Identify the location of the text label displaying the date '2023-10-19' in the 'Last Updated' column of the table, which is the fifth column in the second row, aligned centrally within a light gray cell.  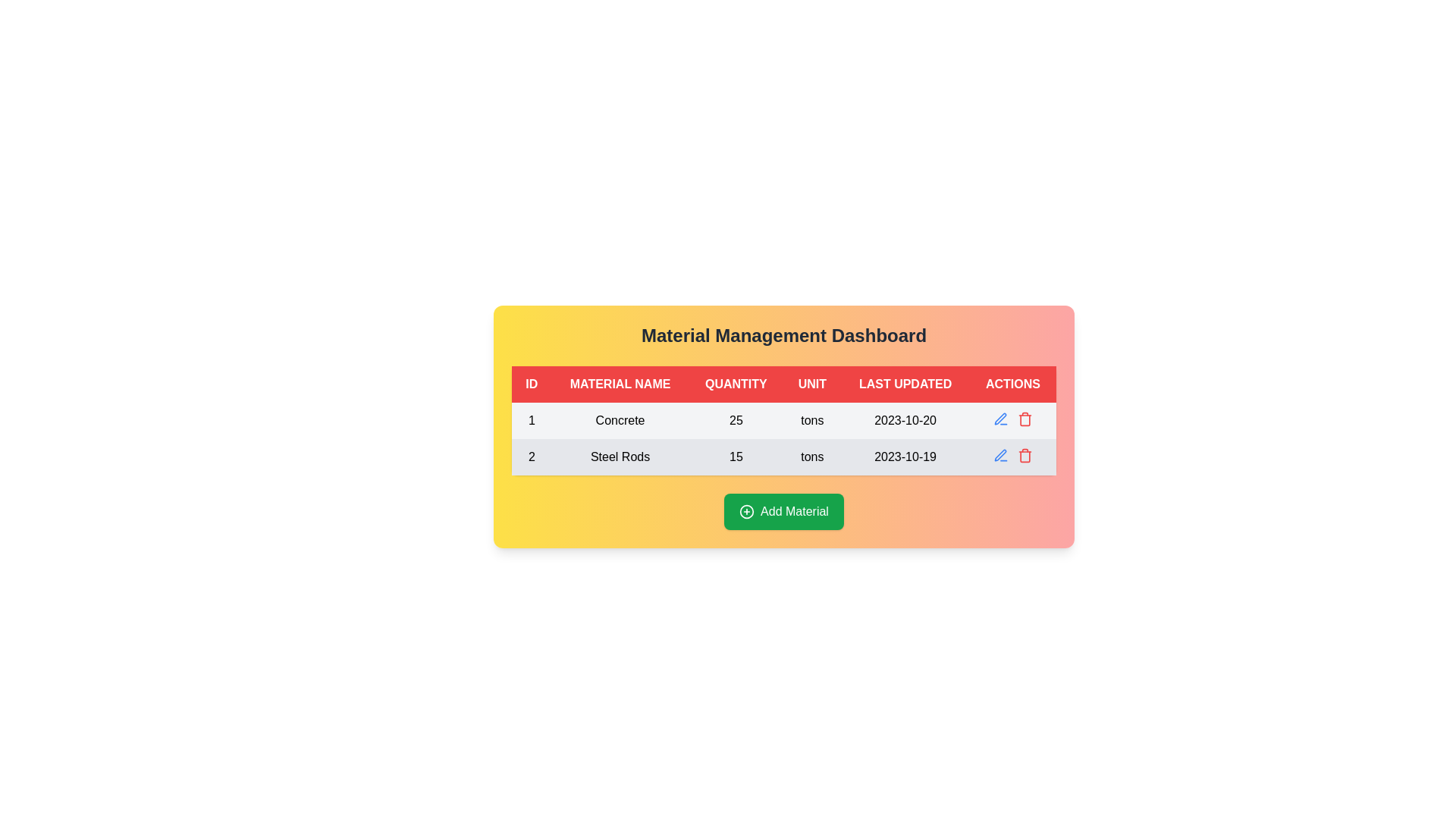
(905, 456).